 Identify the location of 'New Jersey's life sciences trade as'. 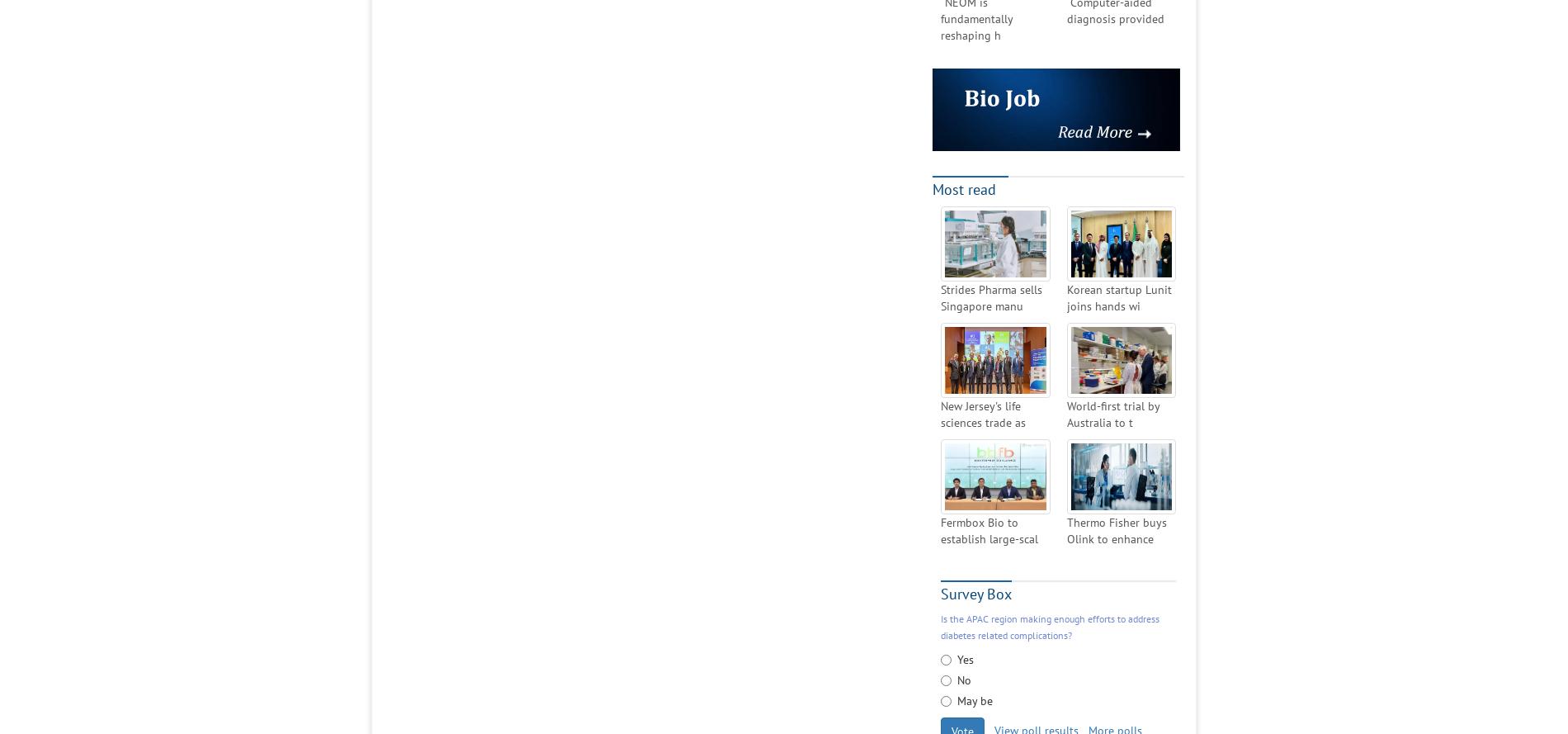
(982, 413).